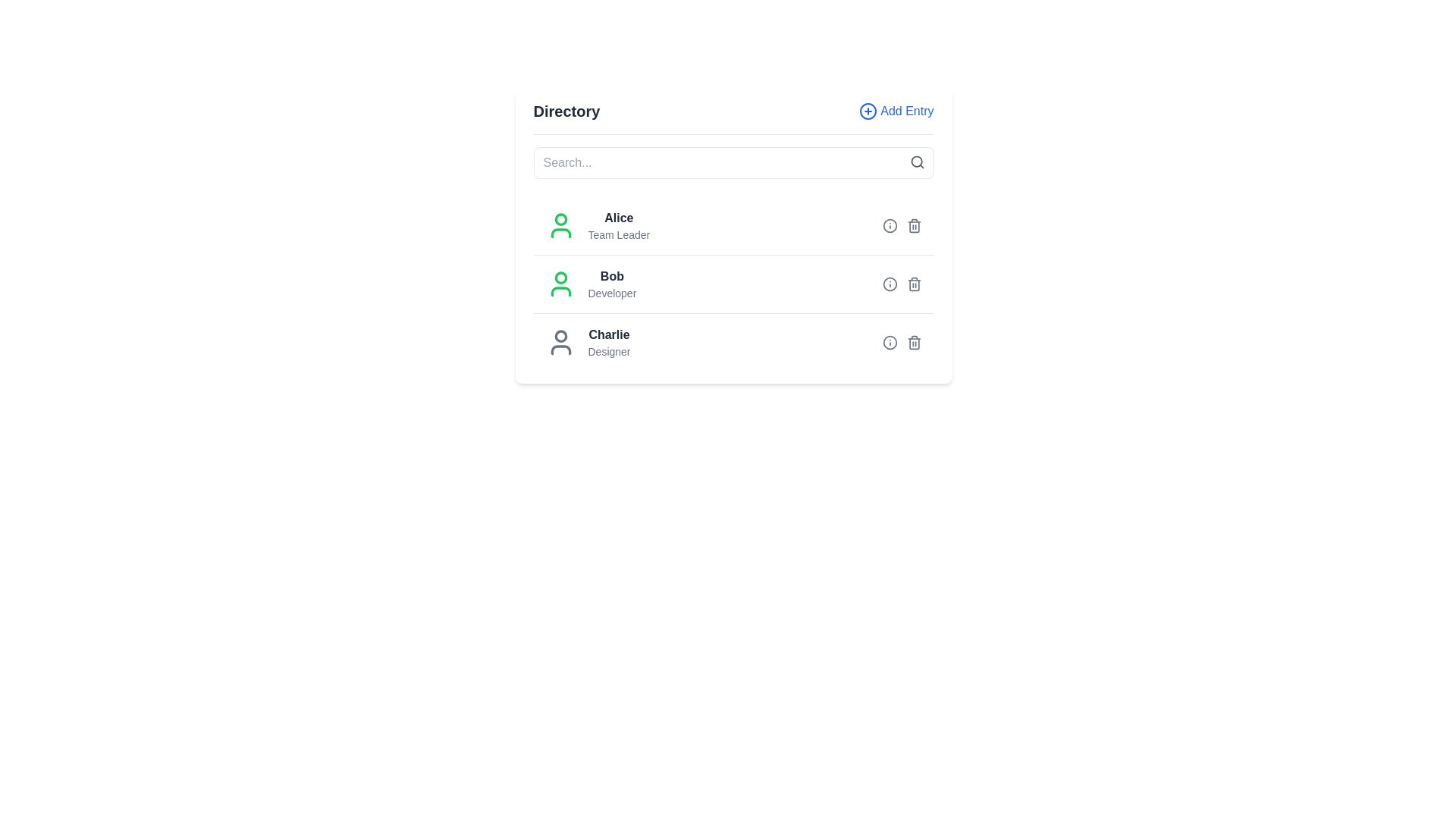  Describe the element at coordinates (868, 110) in the screenshot. I see `the circular icon with a blue border containing a plus symbol, located to the left of the 'Add Entry' text` at that location.